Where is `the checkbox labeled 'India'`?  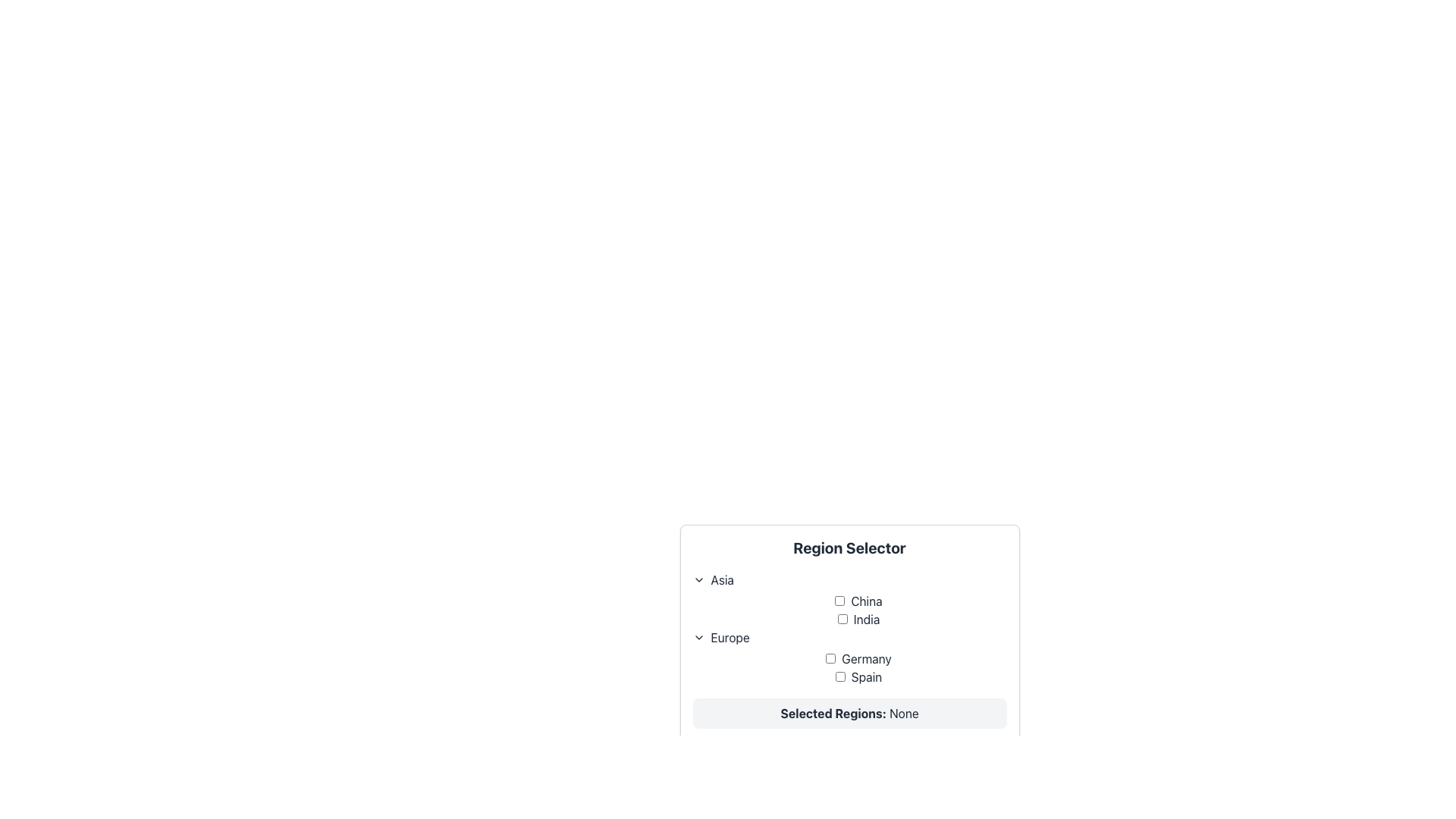 the checkbox labeled 'India' is located at coordinates (858, 620).